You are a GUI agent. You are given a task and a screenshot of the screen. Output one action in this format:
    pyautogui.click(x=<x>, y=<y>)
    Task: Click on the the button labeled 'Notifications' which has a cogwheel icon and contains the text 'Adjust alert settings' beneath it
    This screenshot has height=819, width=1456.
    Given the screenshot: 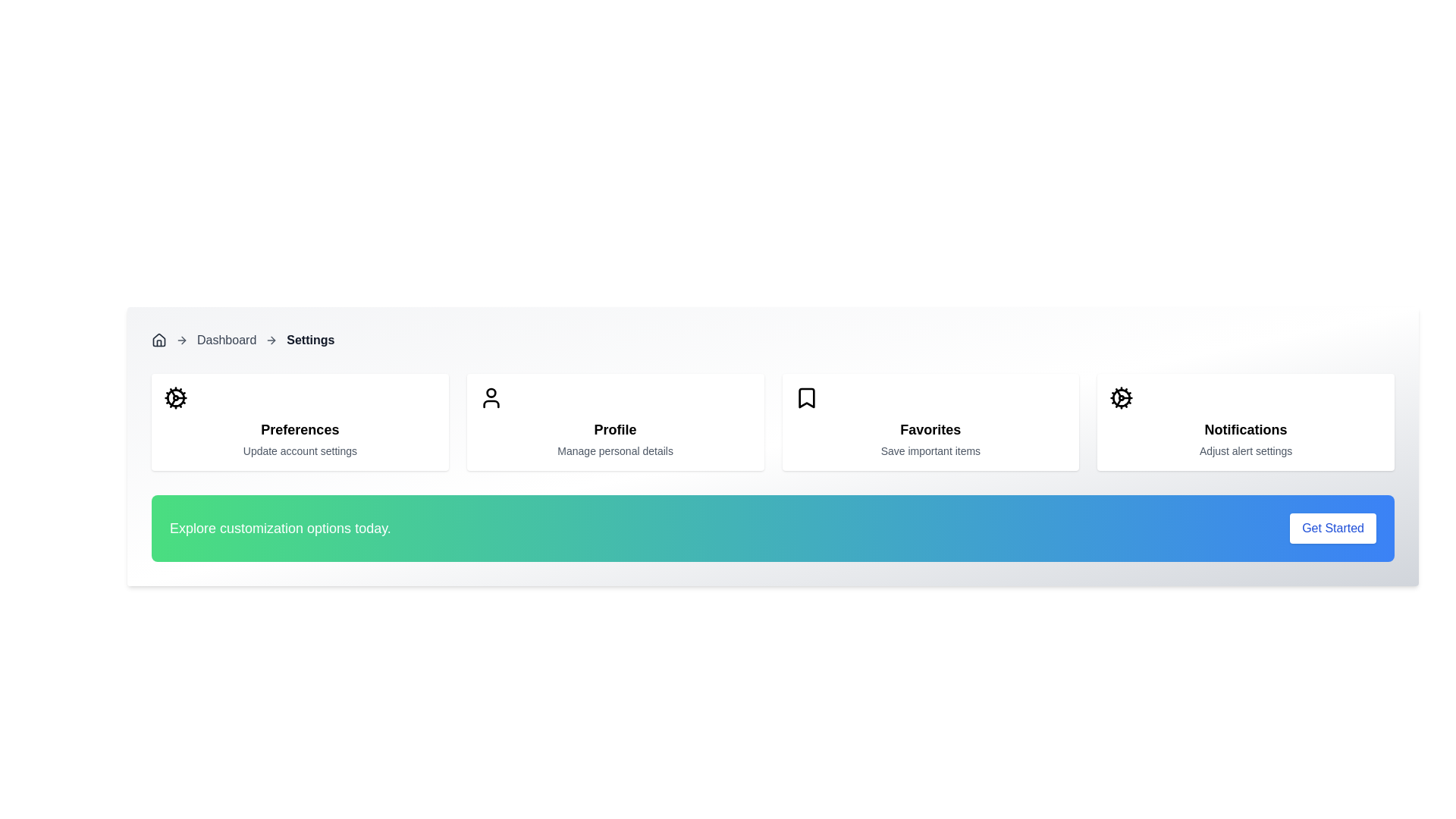 What is the action you would take?
    pyautogui.click(x=1246, y=422)
    